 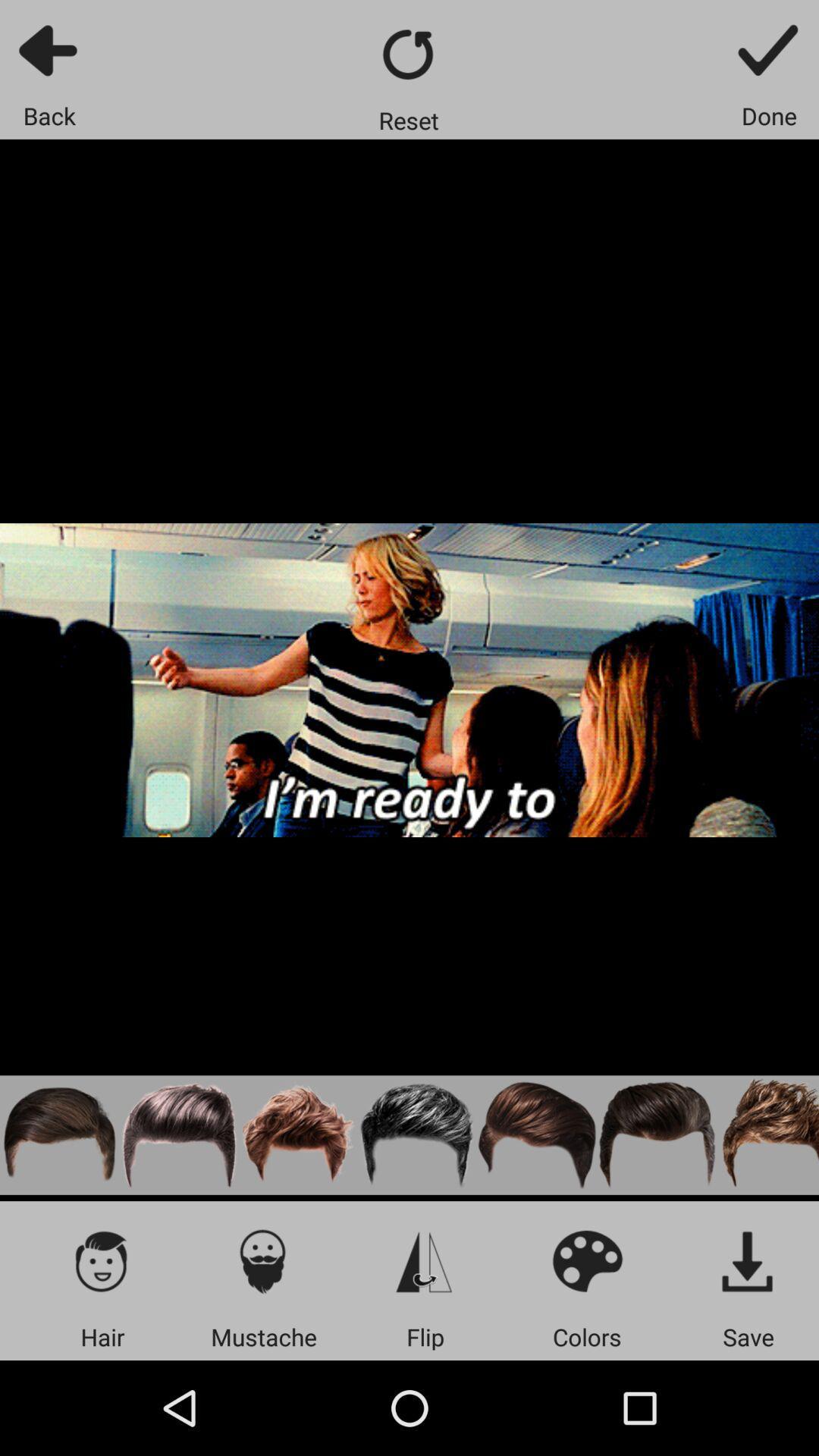 I want to click on the app above the flip, so click(x=425, y=1260).